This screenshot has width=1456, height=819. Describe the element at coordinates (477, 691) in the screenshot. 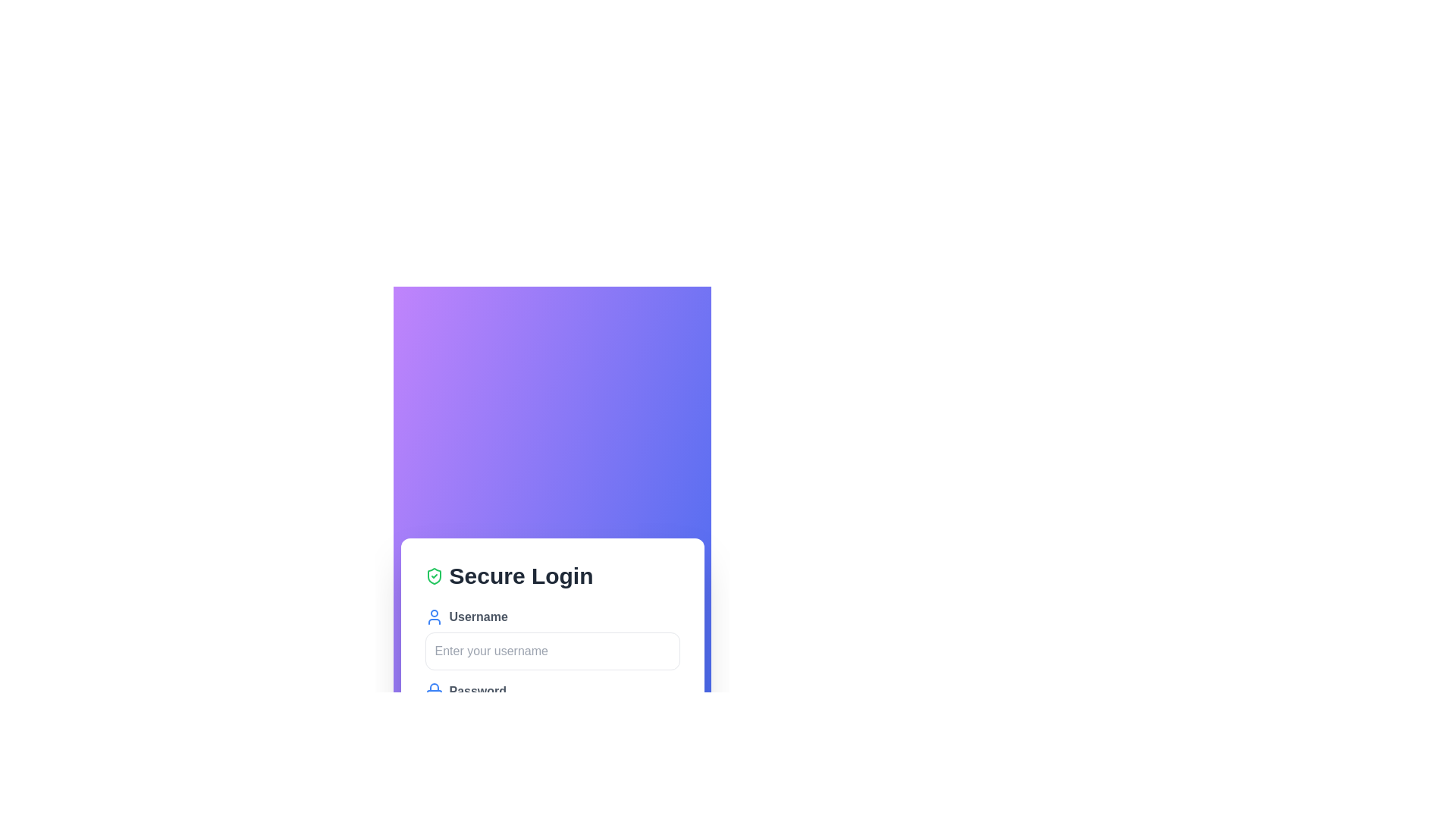

I see `the password label that indicates its purpose, which is positioned beneath the 'Username' label and field, and to the right of a blue lock icon` at that location.